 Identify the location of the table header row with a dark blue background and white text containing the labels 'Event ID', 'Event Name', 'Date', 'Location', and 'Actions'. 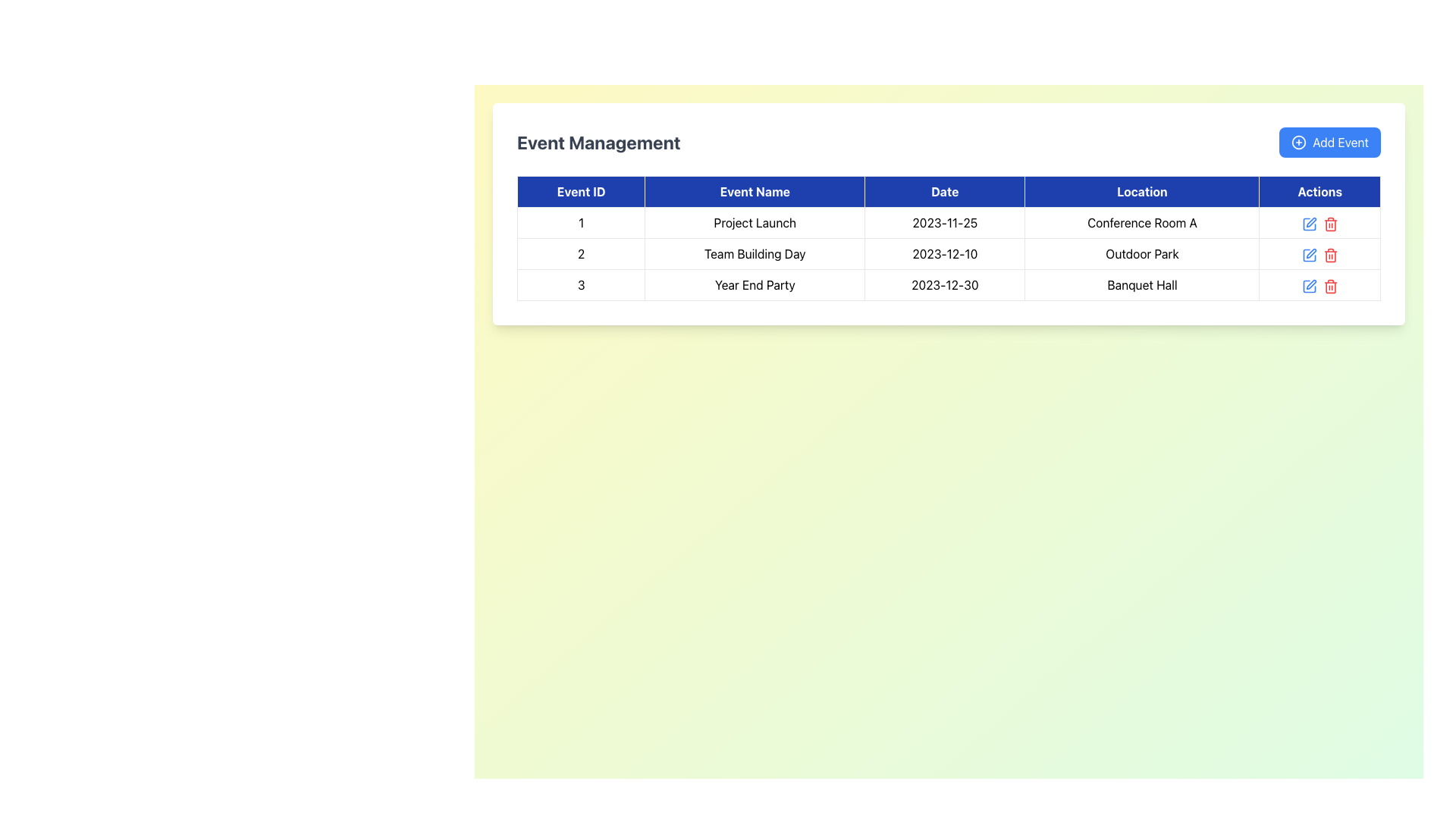
(948, 191).